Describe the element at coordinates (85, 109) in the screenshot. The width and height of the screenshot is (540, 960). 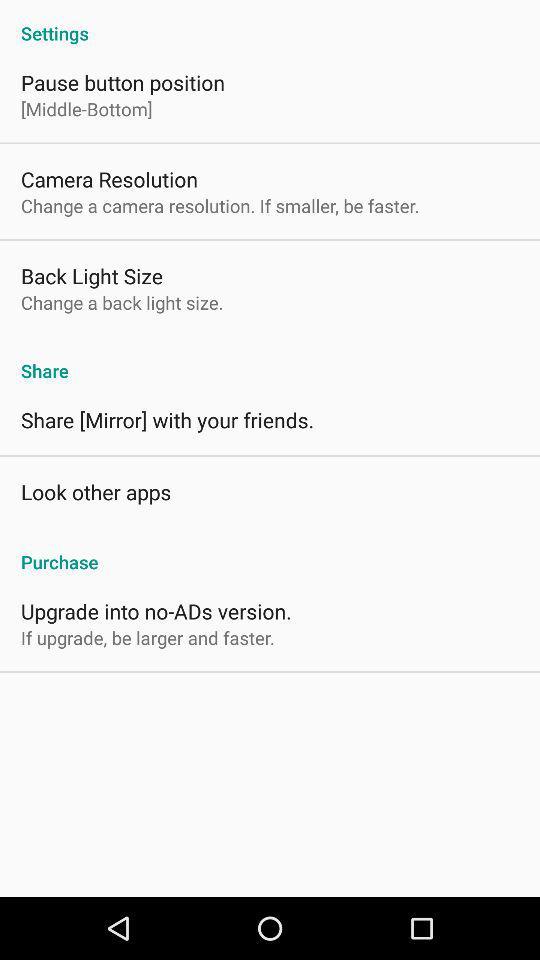
I see `the icon below the pause button position` at that location.